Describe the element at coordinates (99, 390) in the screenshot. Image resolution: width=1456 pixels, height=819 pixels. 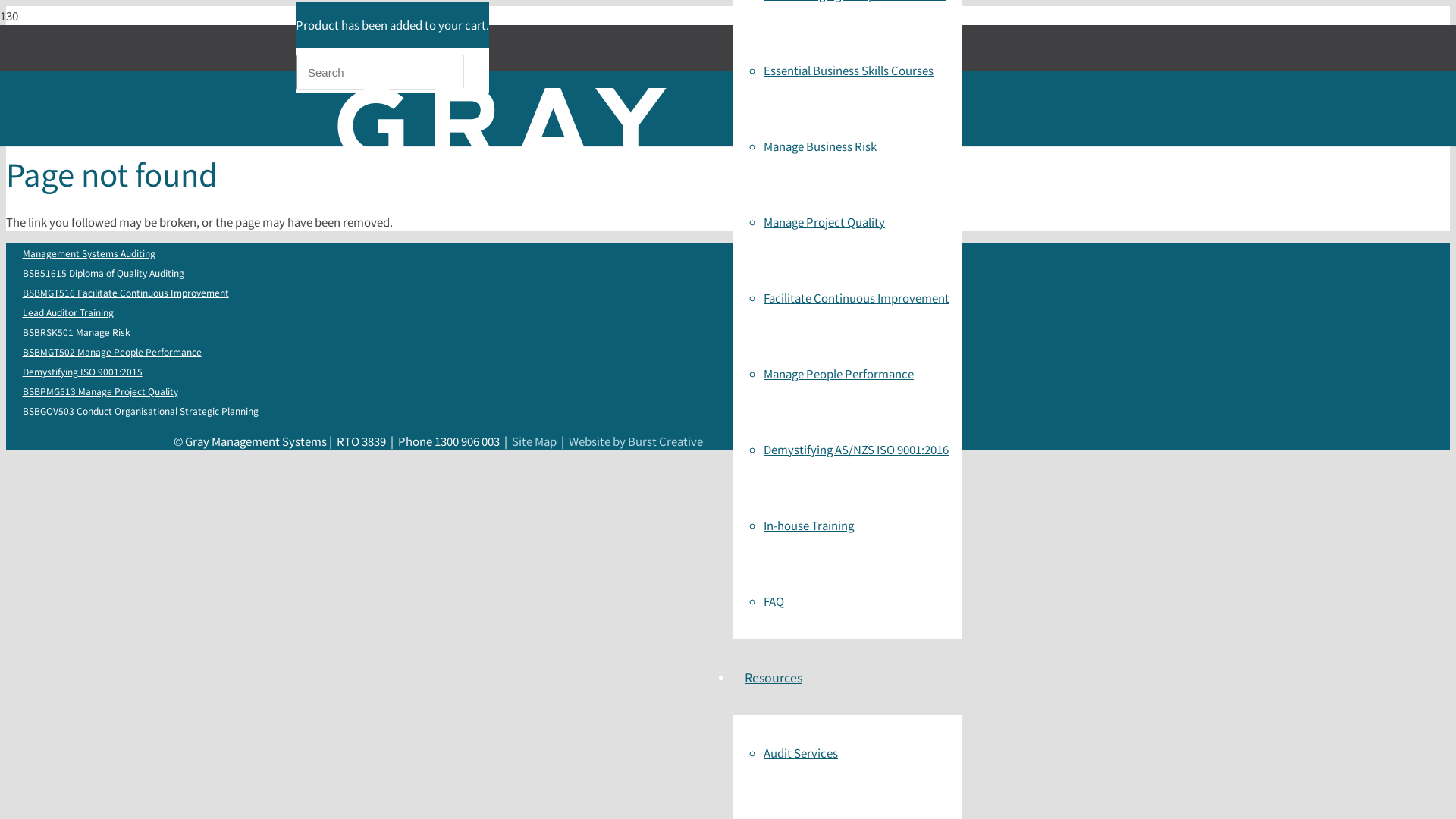
I see `'BSBPMG513 Manage Project Quality'` at that location.